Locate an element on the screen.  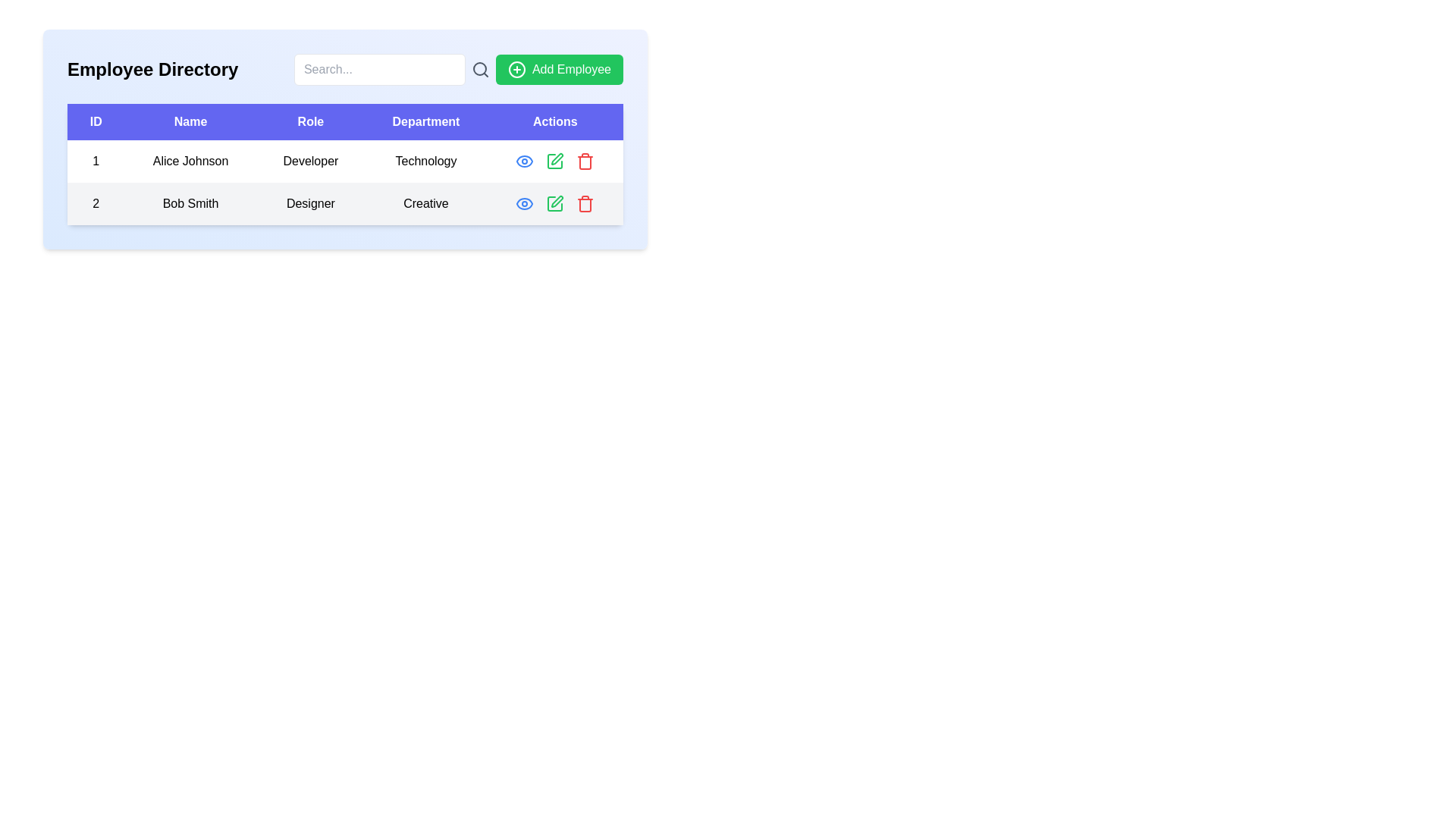
the table header cell labeled 'Role', which is styled with white text on a blue background and is located in the third column of the header row is located at coordinates (309, 121).